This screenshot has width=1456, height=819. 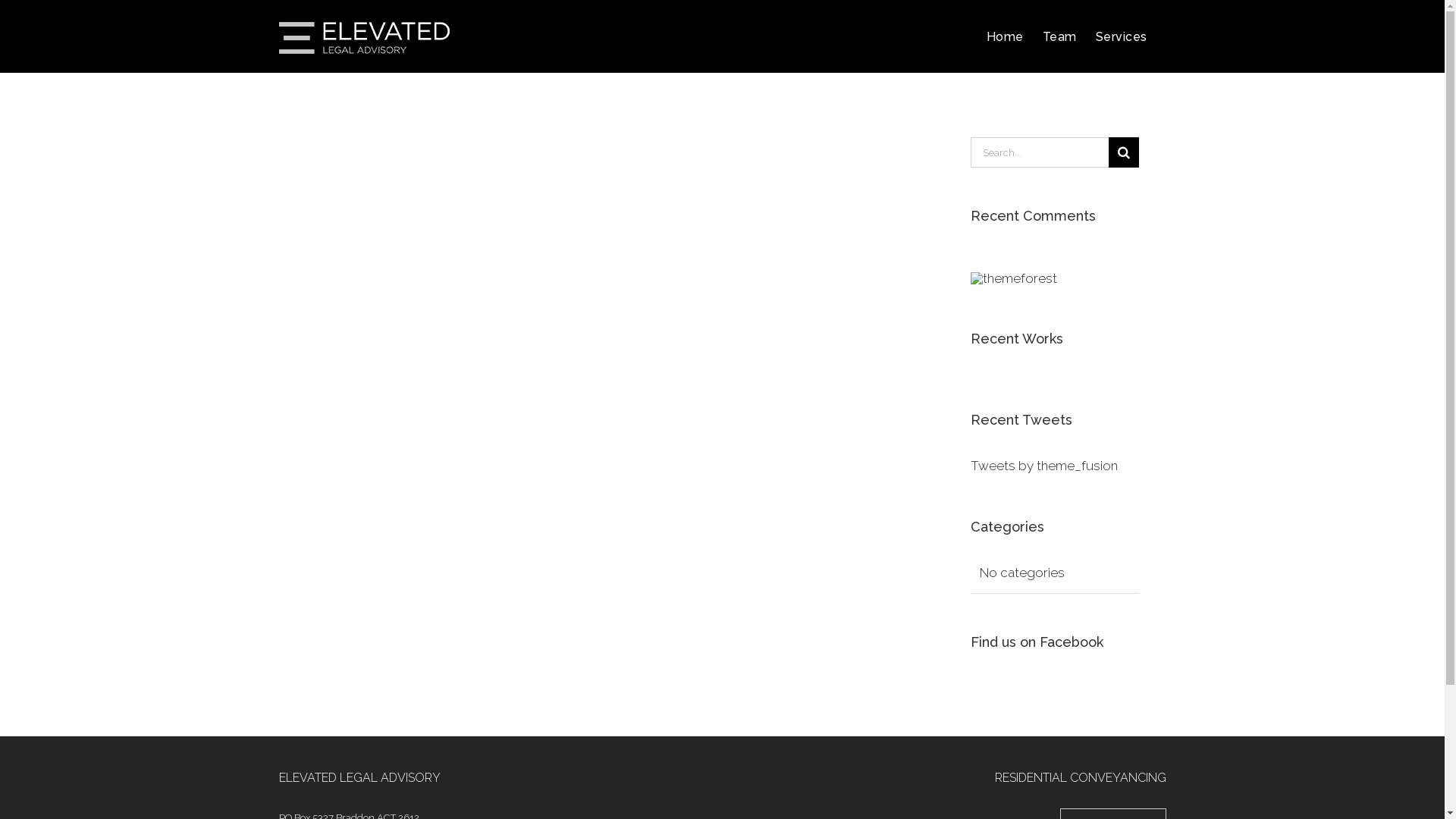 I want to click on 'Home', so click(x=1004, y=35).